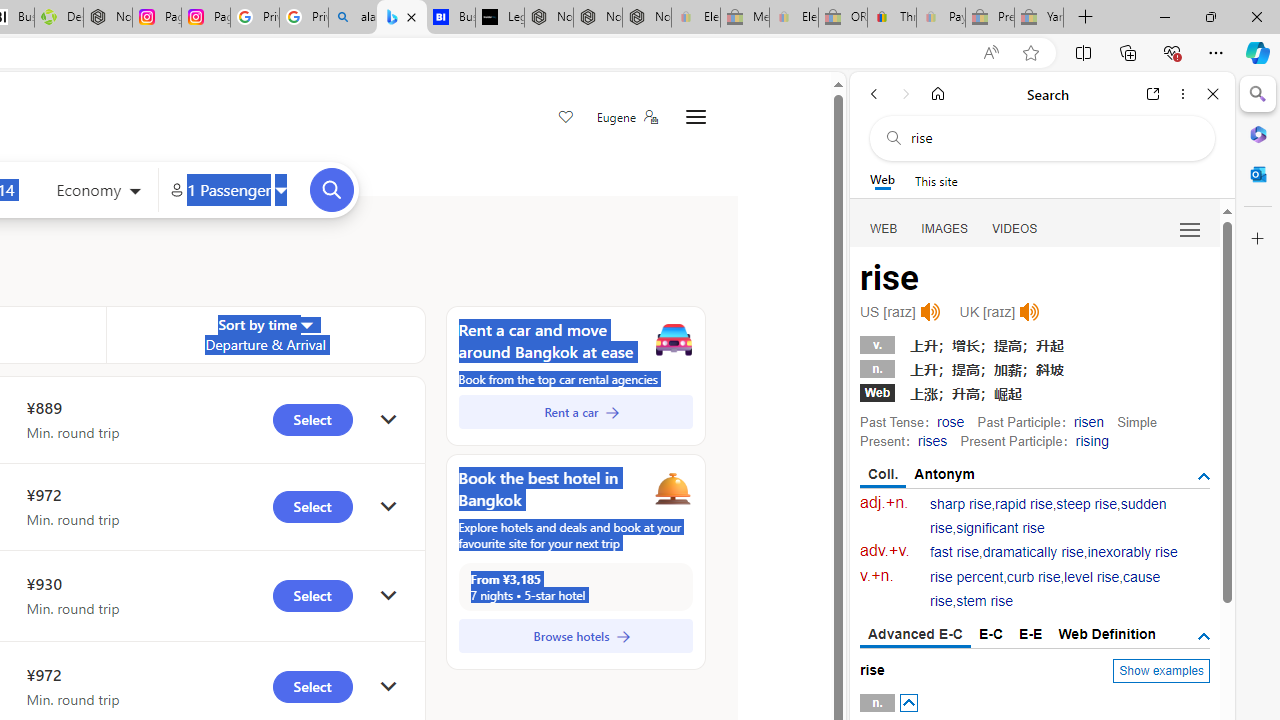 The height and width of the screenshot is (720, 1280). I want to click on 'click to get details', so click(388, 686).